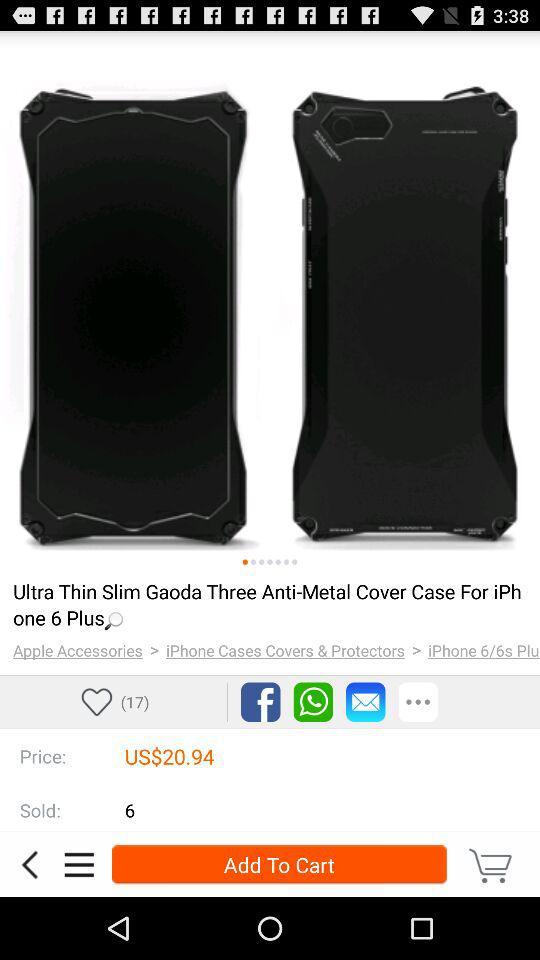 The height and width of the screenshot is (960, 540). Describe the element at coordinates (483, 649) in the screenshot. I see `item next to the >` at that location.